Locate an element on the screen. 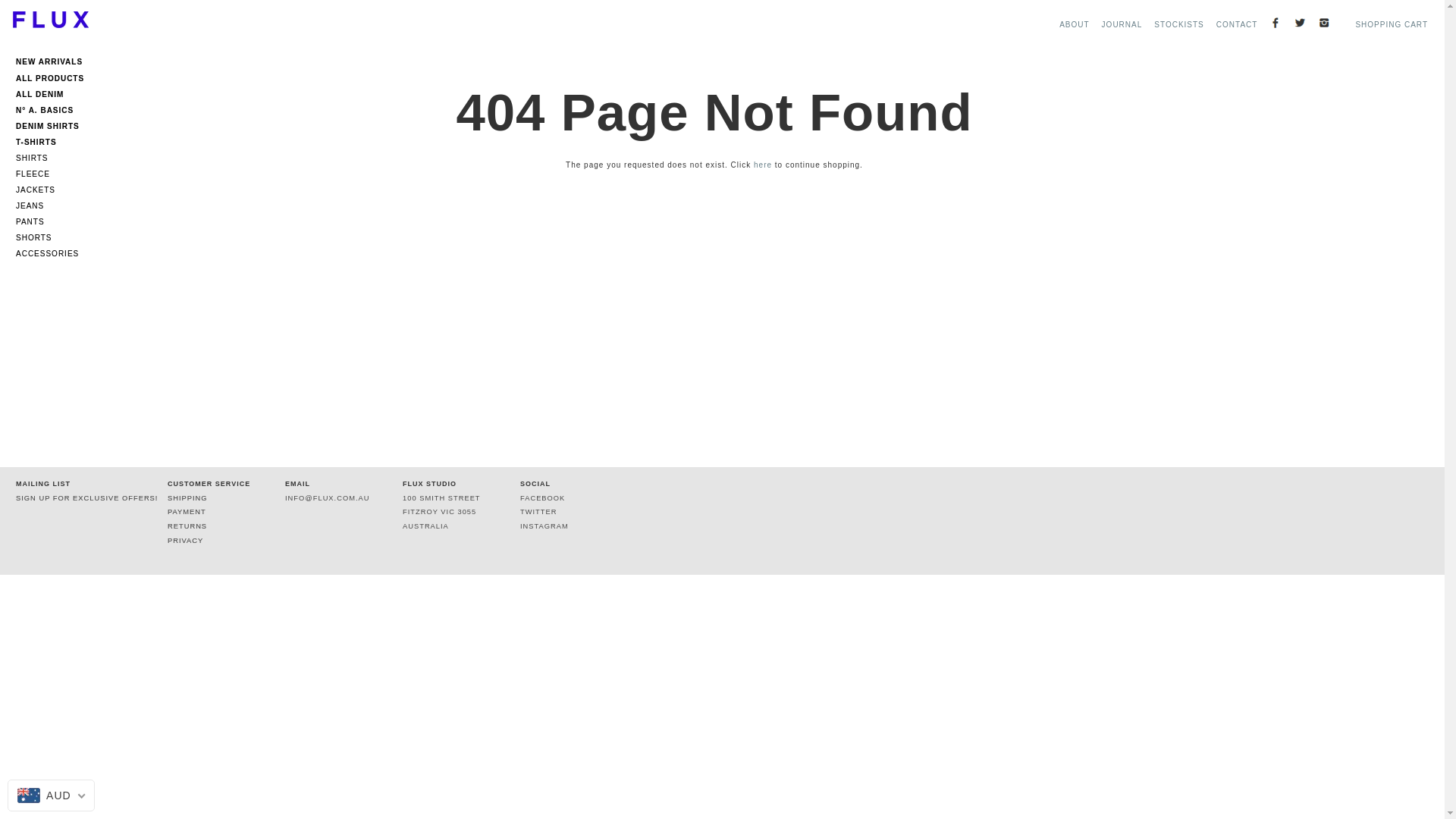  'JOURNAL' is located at coordinates (1122, 24).